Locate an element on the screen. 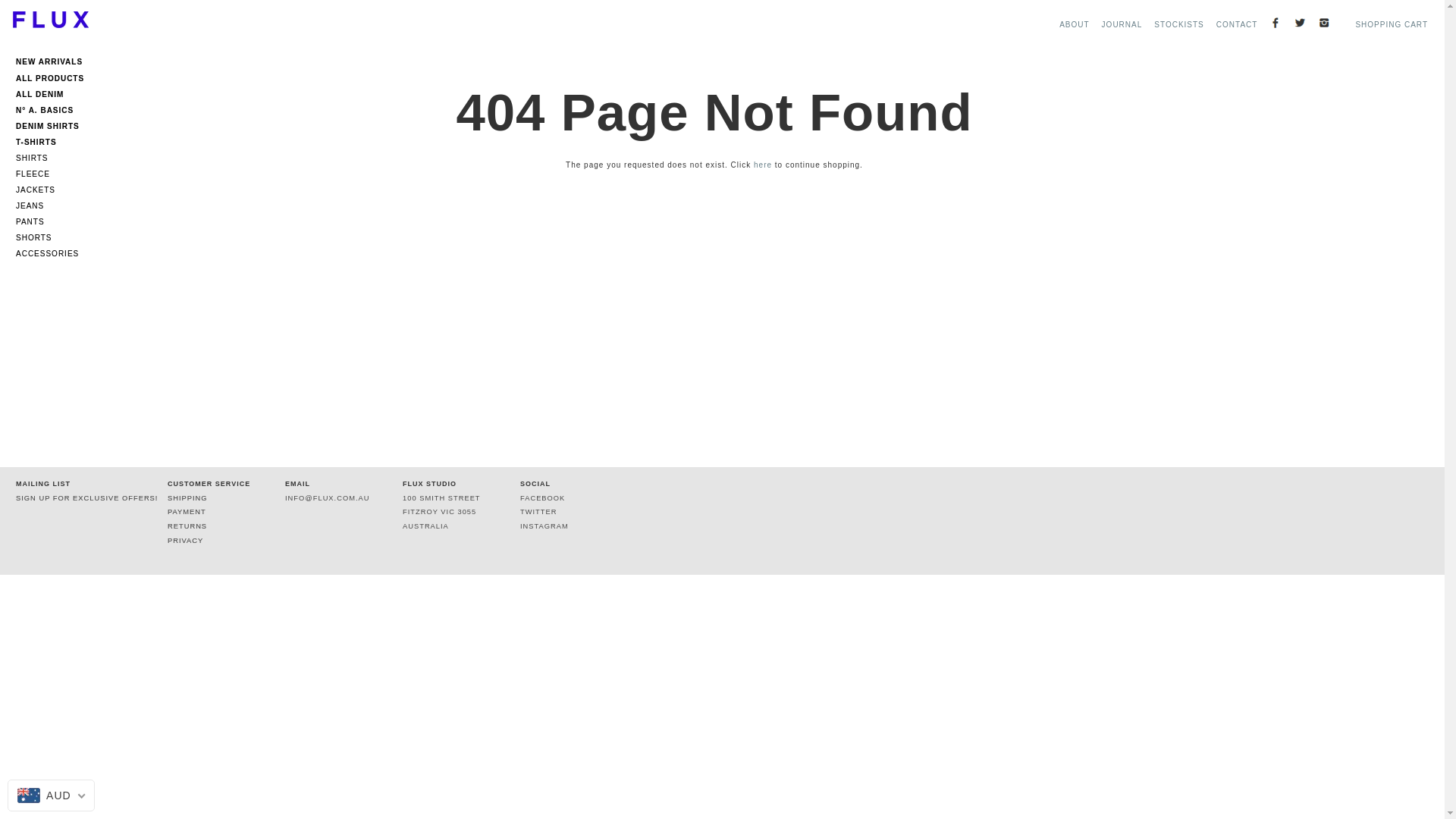  'JOURNAL' is located at coordinates (1122, 24).